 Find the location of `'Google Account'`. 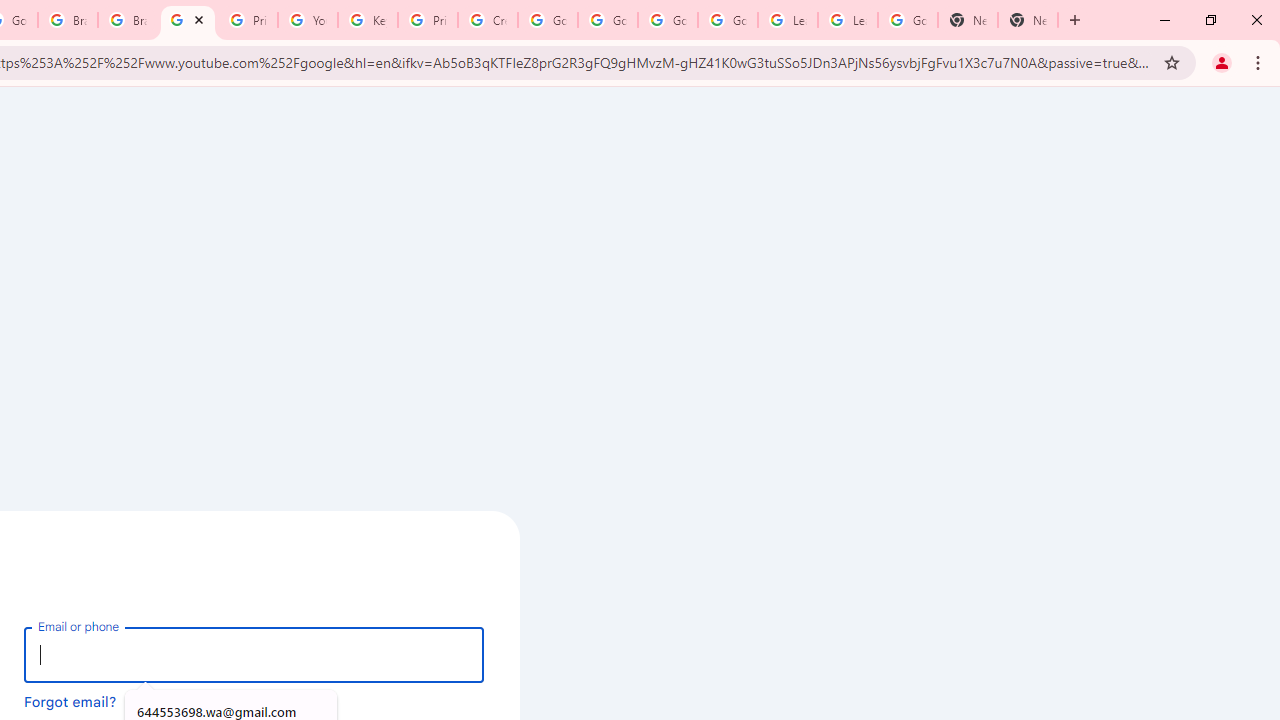

'Google Account' is located at coordinates (907, 20).